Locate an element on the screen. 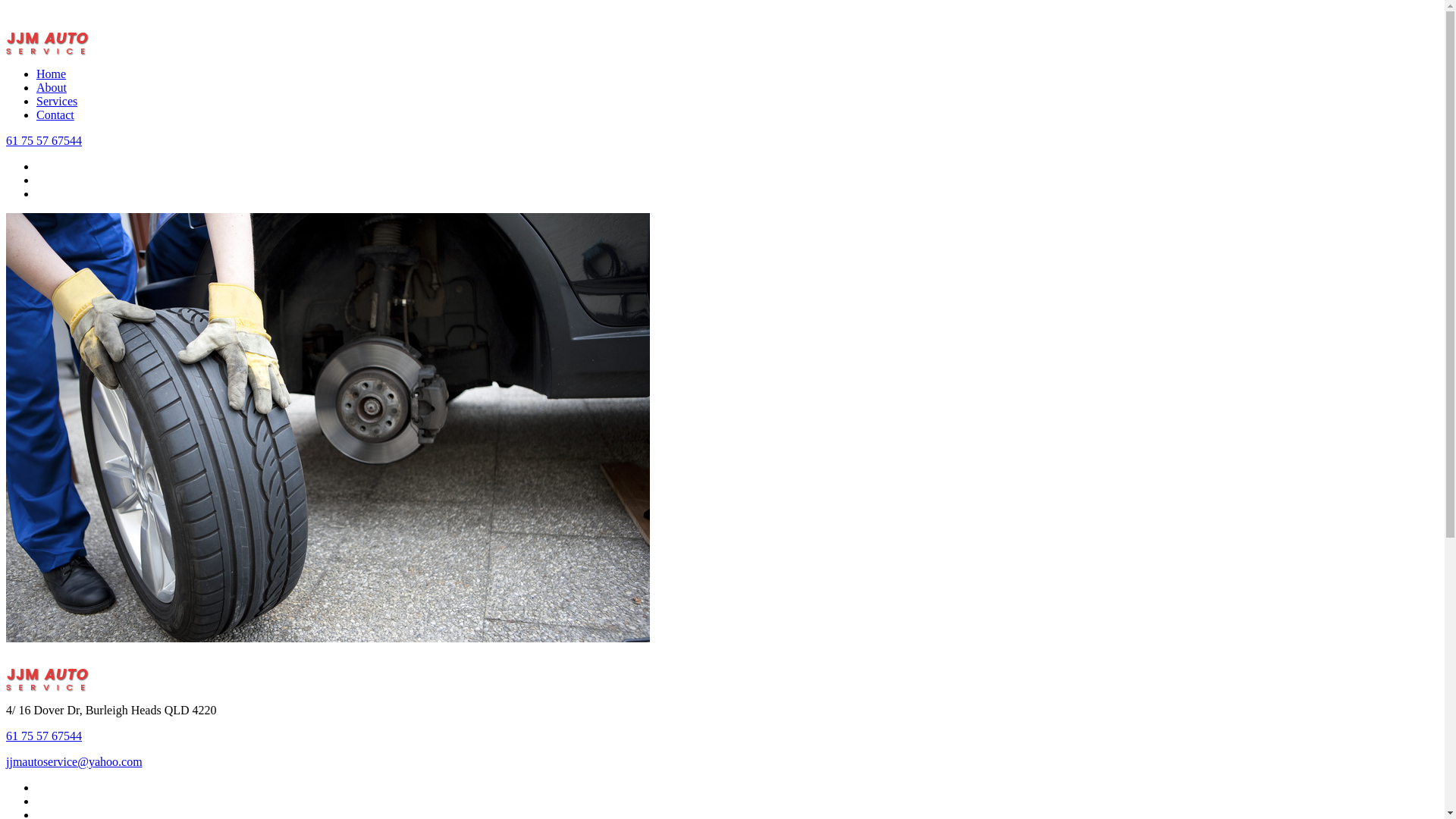  'Services' is located at coordinates (57, 101).